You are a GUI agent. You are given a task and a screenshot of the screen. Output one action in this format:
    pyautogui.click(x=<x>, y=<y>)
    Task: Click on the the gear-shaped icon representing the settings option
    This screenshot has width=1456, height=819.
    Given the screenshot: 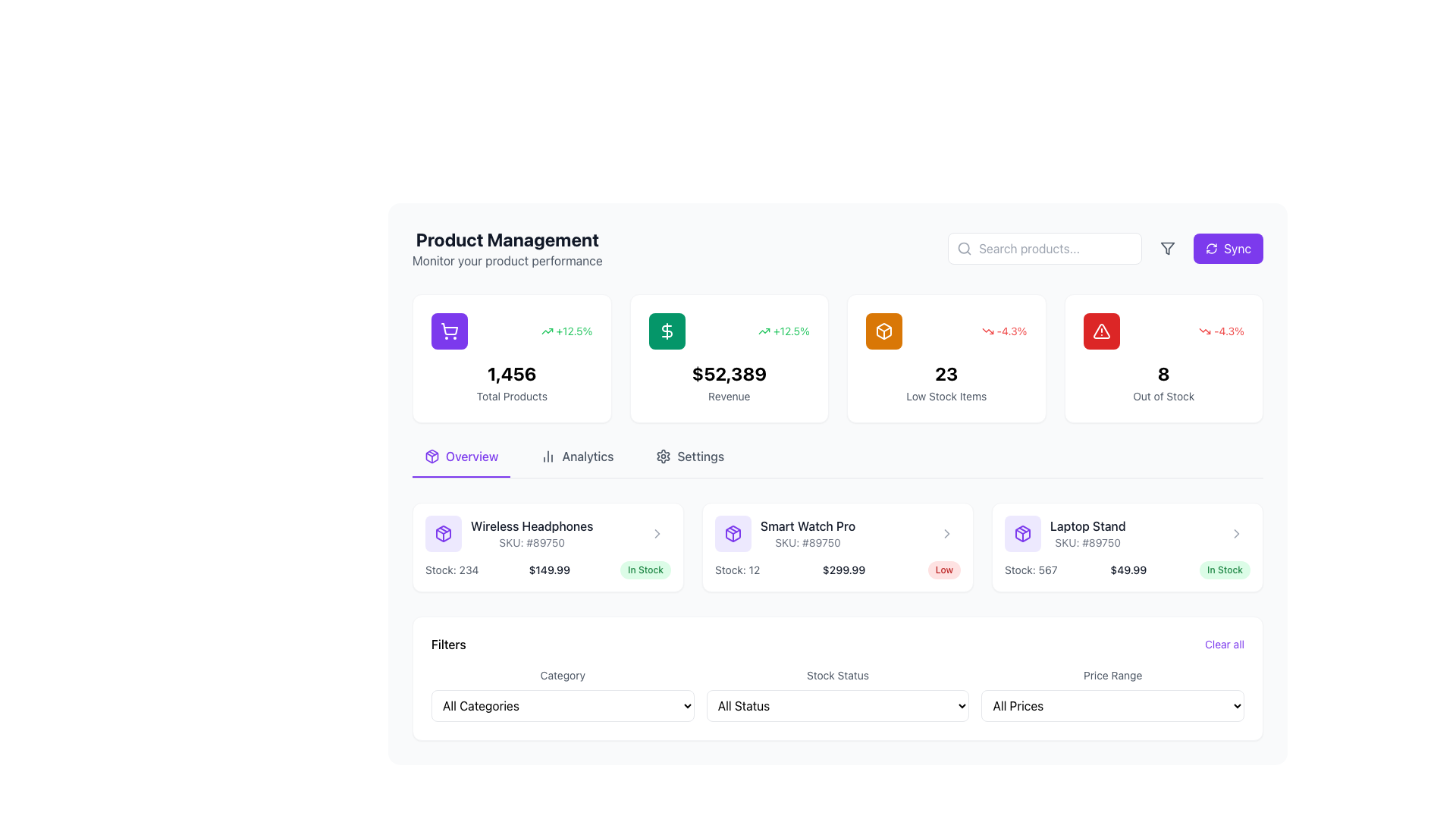 What is the action you would take?
    pyautogui.click(x=664, y=455)
    